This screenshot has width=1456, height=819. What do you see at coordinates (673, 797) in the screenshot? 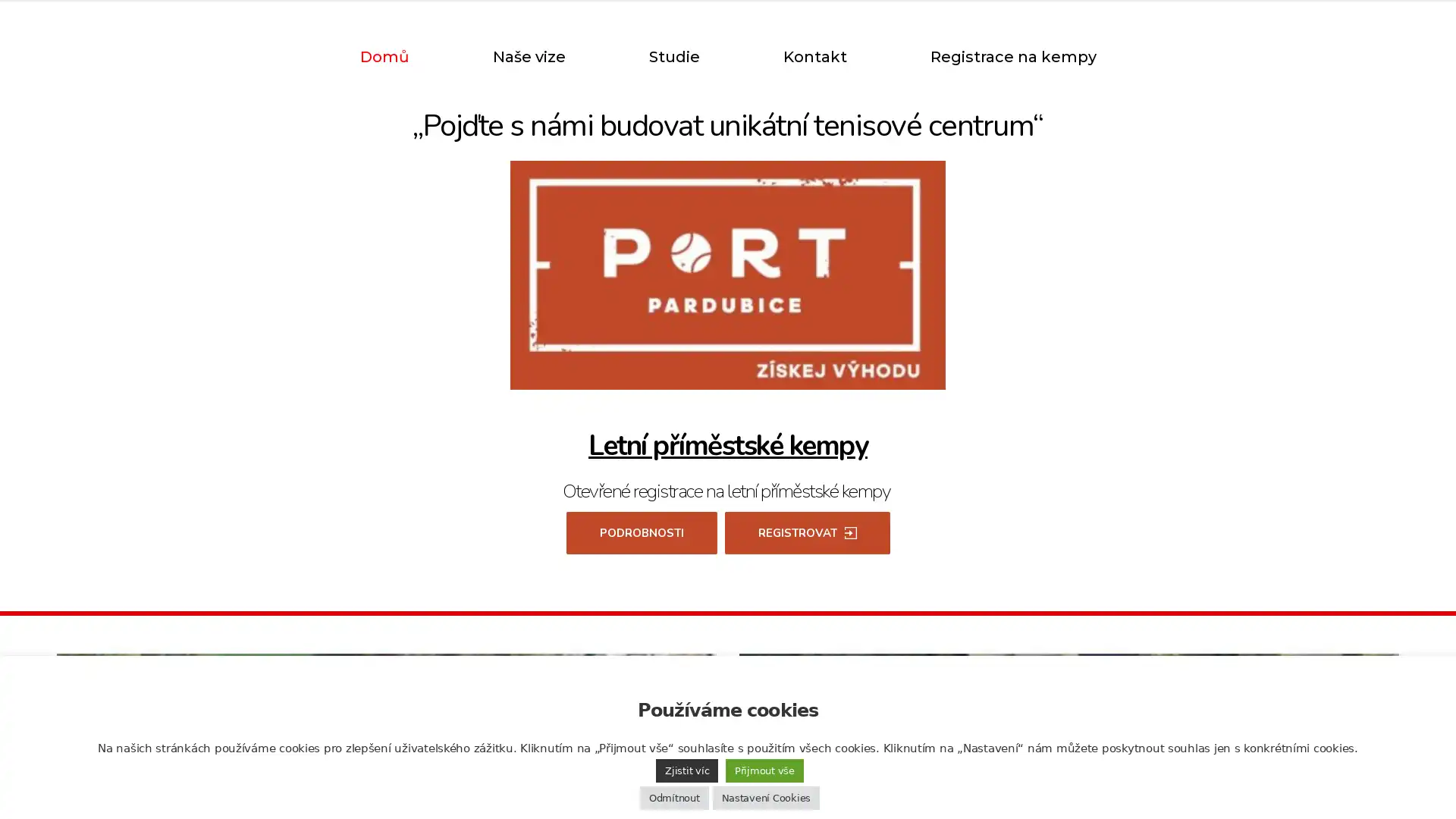
I see `Odmitnout` at bounding box center [673, 797].